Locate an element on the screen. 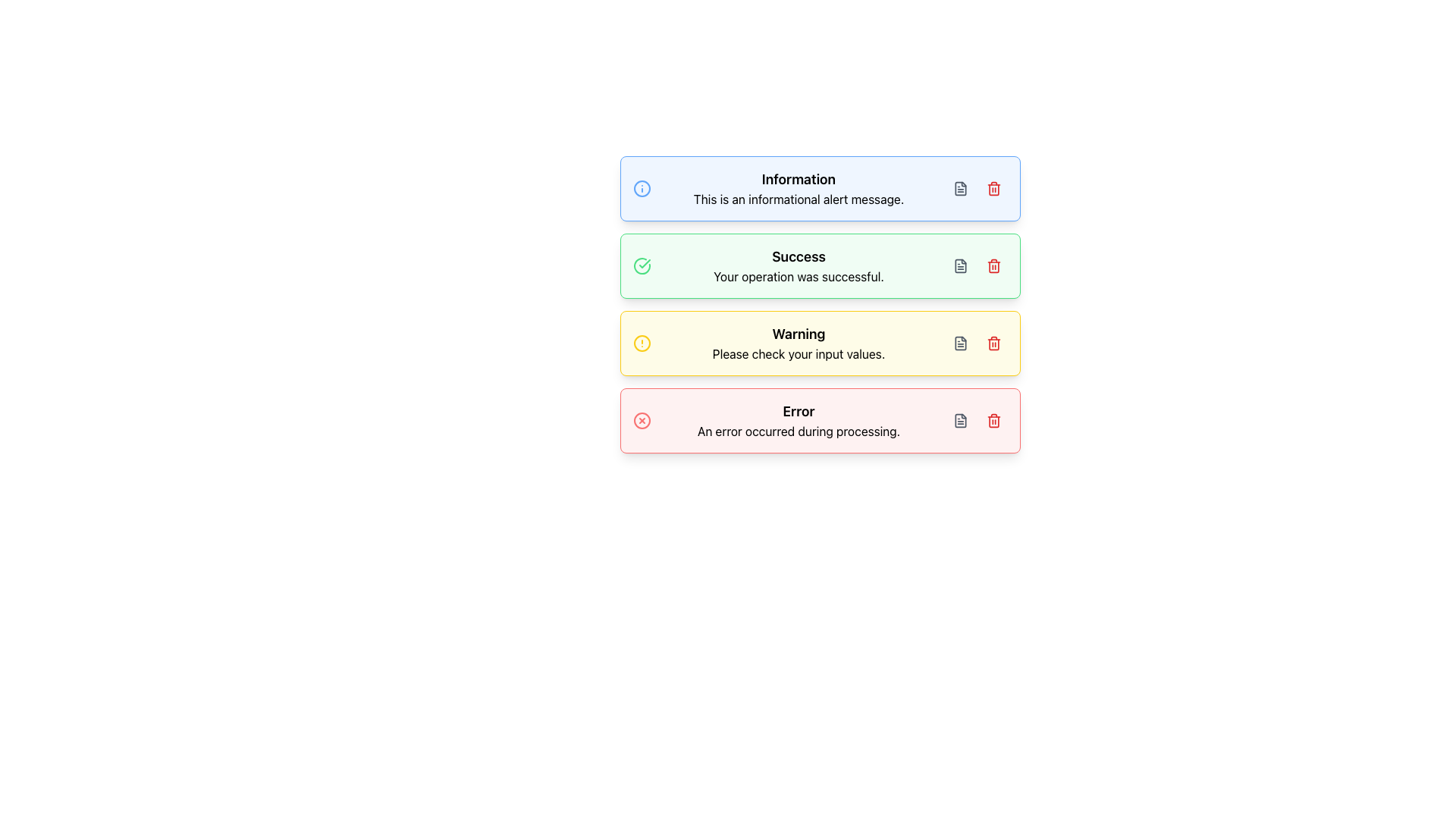 Image resolution: width=1456 pixels, height=819 pixels. the delete icon button located on the rightmost side of the 'Information' alert box is located at coordinates (993, 188).